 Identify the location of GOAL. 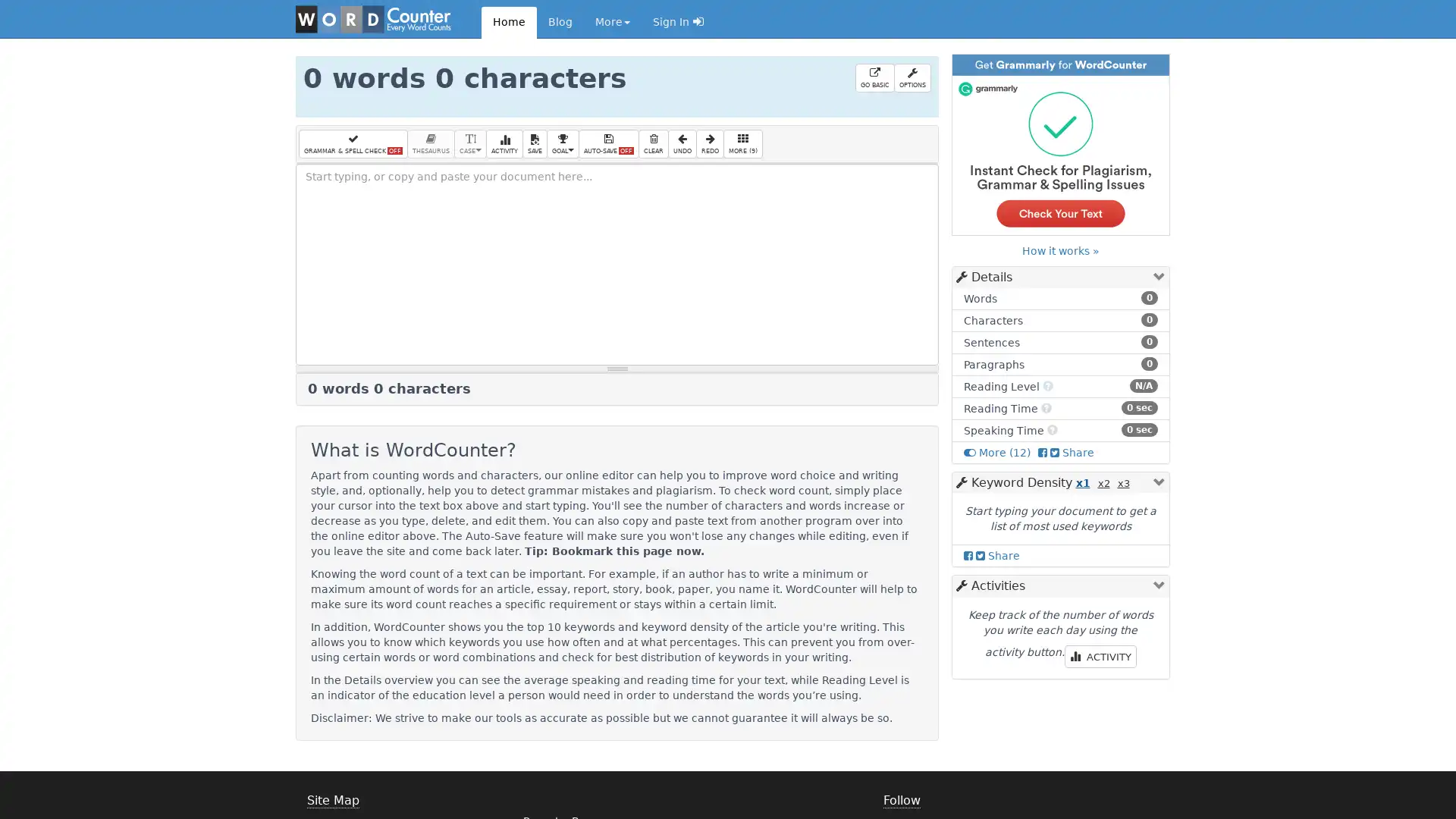
(562, 143).